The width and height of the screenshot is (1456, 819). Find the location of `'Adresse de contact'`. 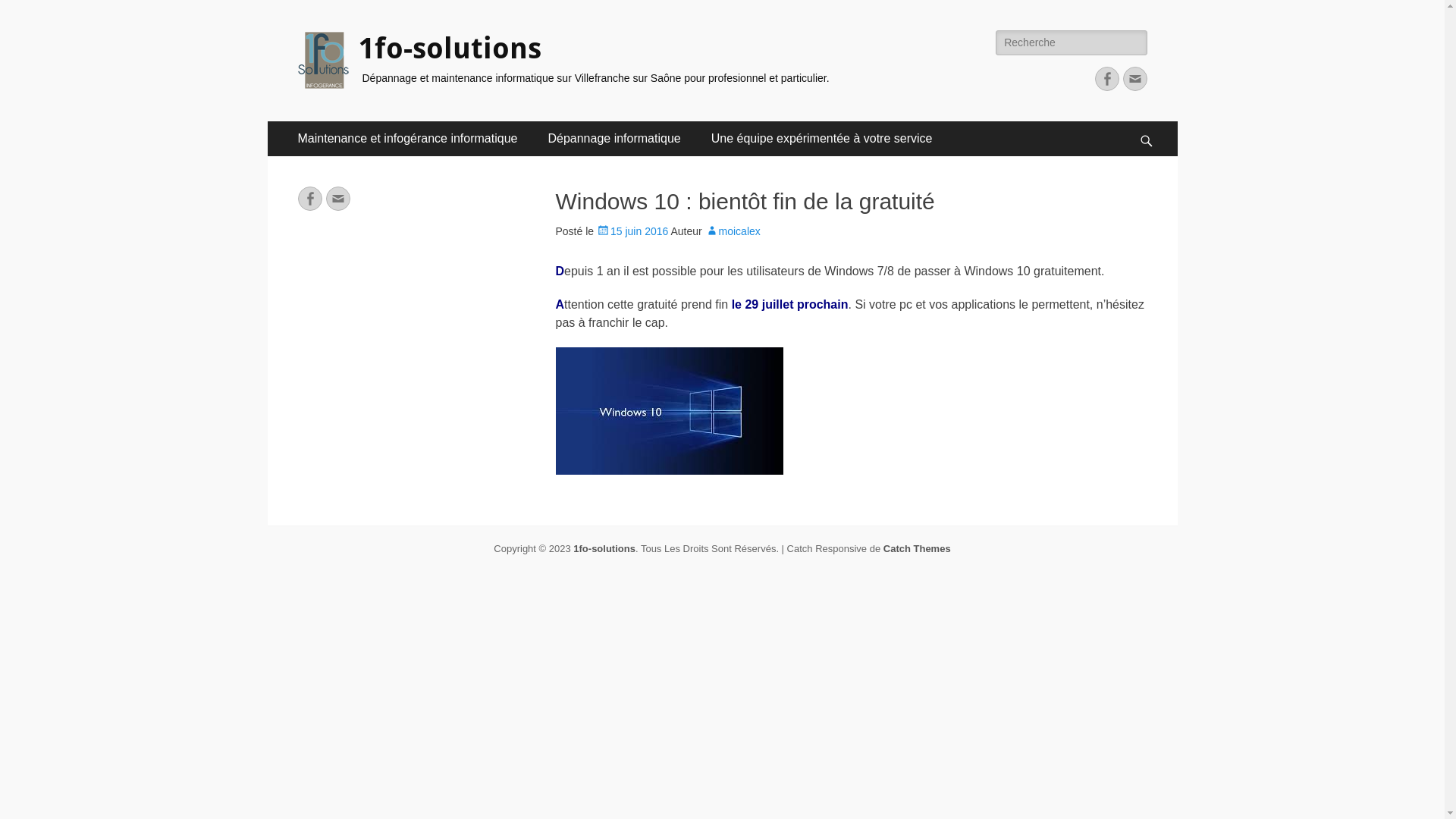

'Adresse de contact' is located at coordinates (325, 198).